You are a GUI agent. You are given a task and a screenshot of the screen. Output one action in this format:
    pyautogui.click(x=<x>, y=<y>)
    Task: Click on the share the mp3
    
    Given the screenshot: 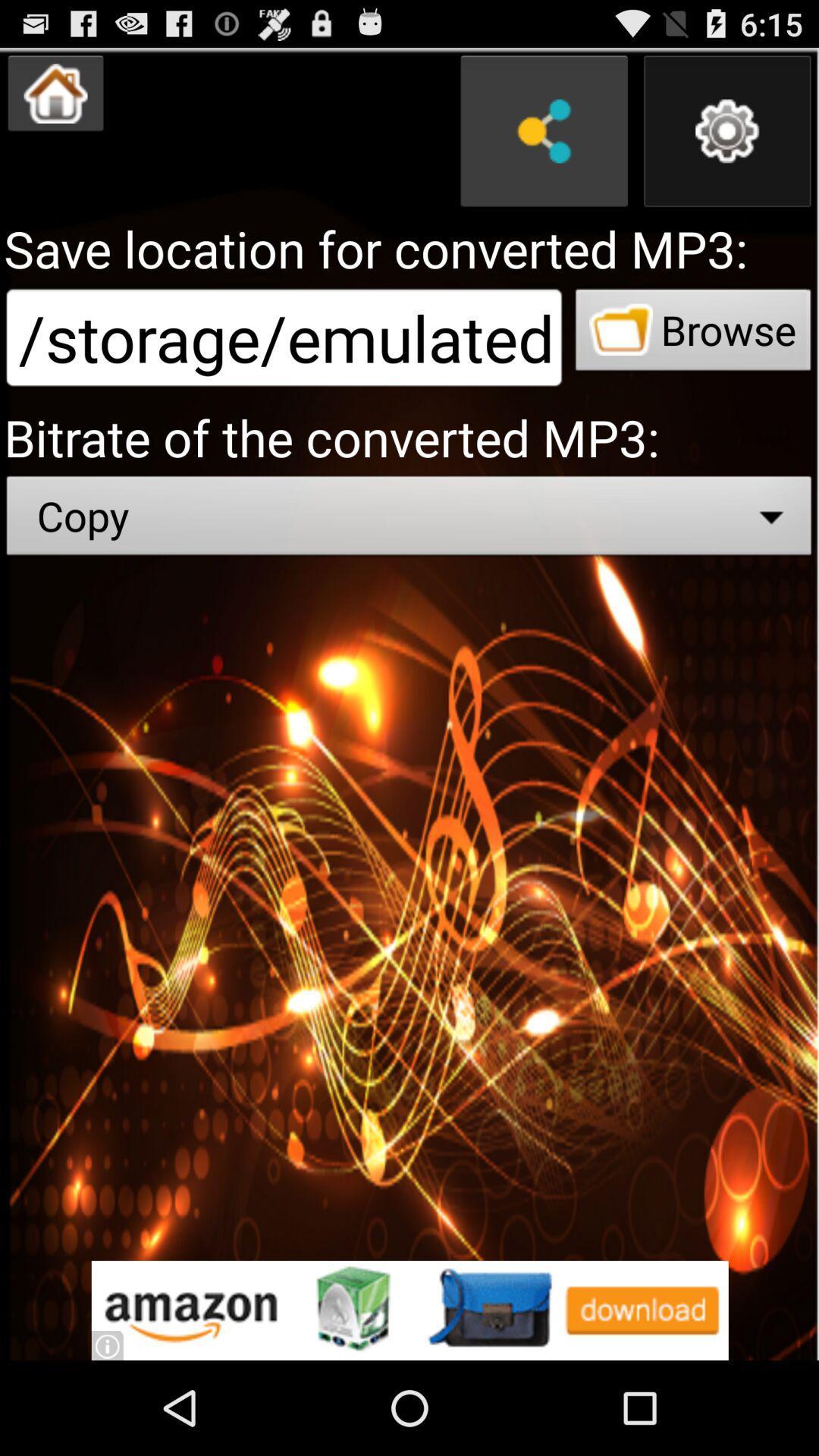 What is the action you would take?
    pyautogui.click(x=543, y=131)
    